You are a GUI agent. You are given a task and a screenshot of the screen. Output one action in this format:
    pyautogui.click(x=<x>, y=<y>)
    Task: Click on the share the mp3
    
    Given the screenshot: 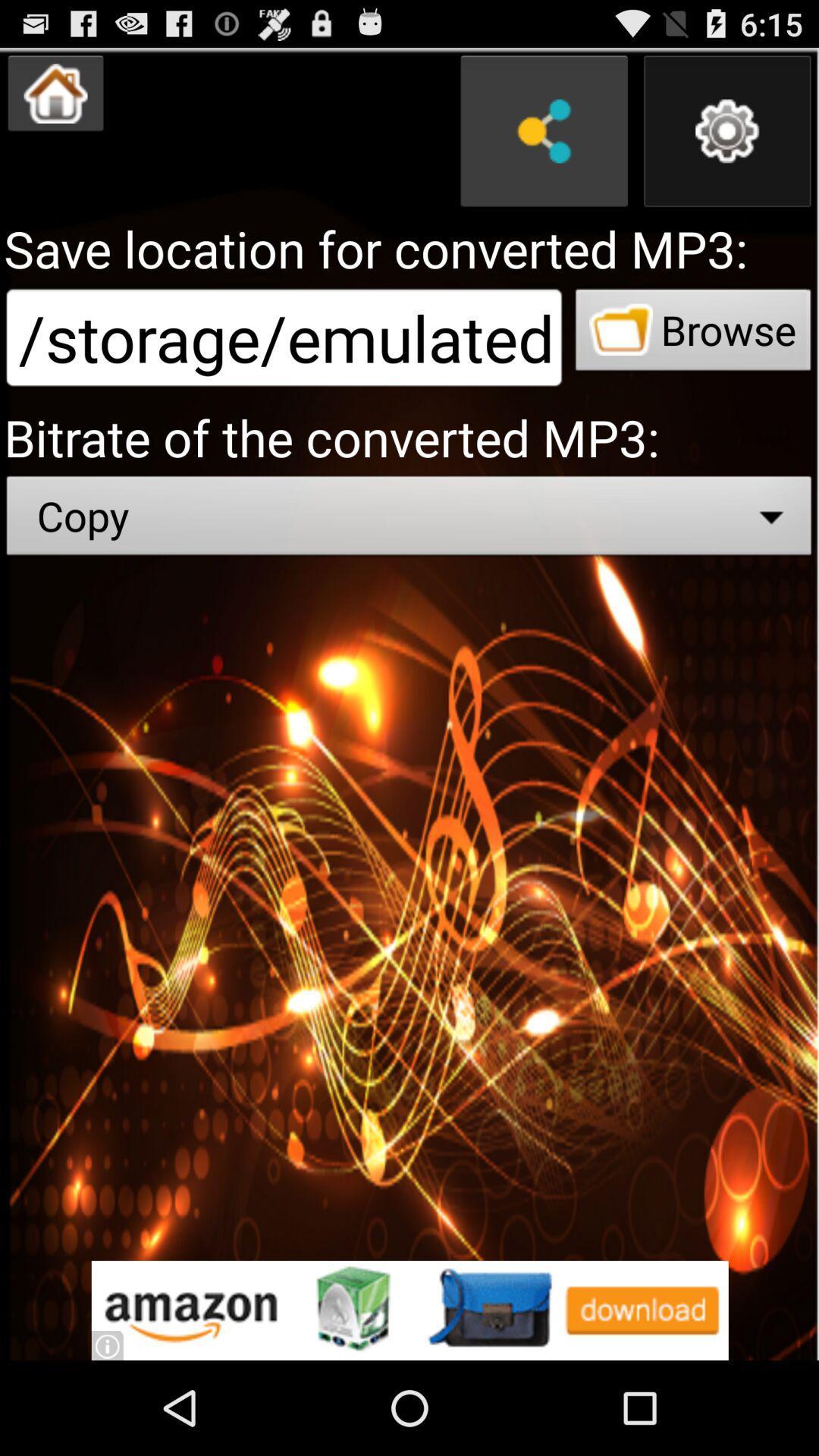 What is the action you would take?
    pyautogui.click(x=543, y=131)
    